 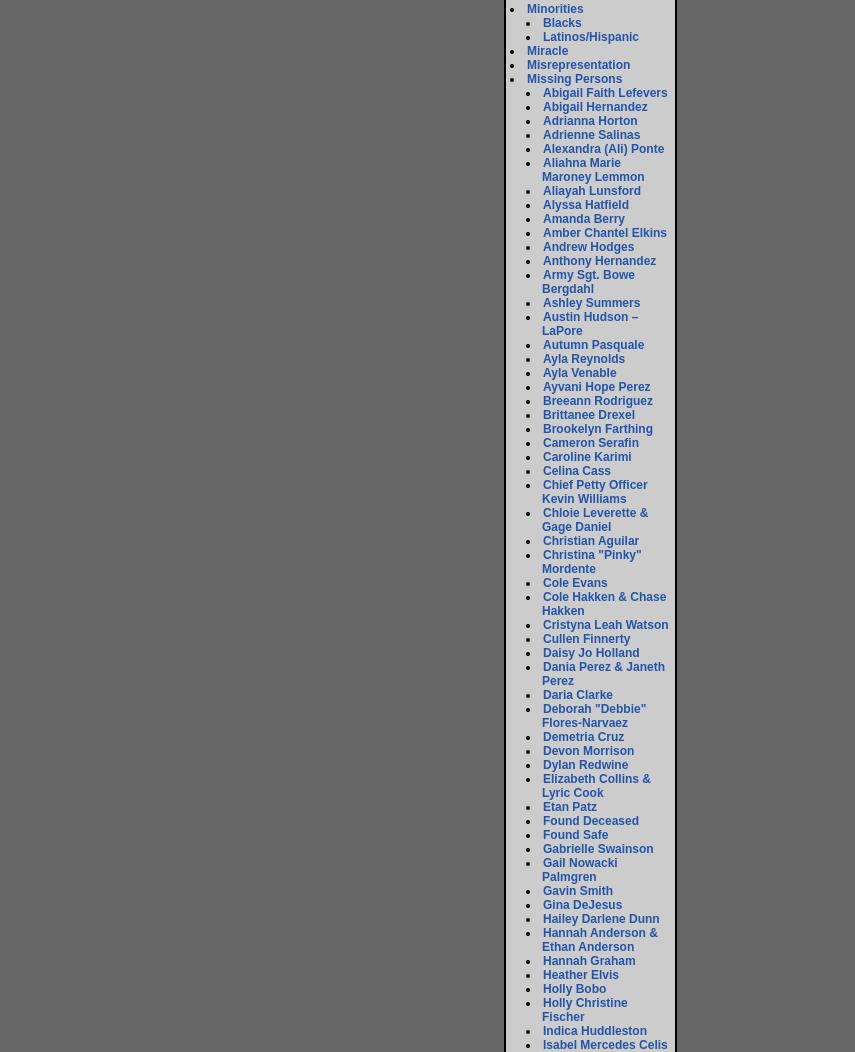 I want to click on 'Brittanee Drexel', so click(x=543, y=414).